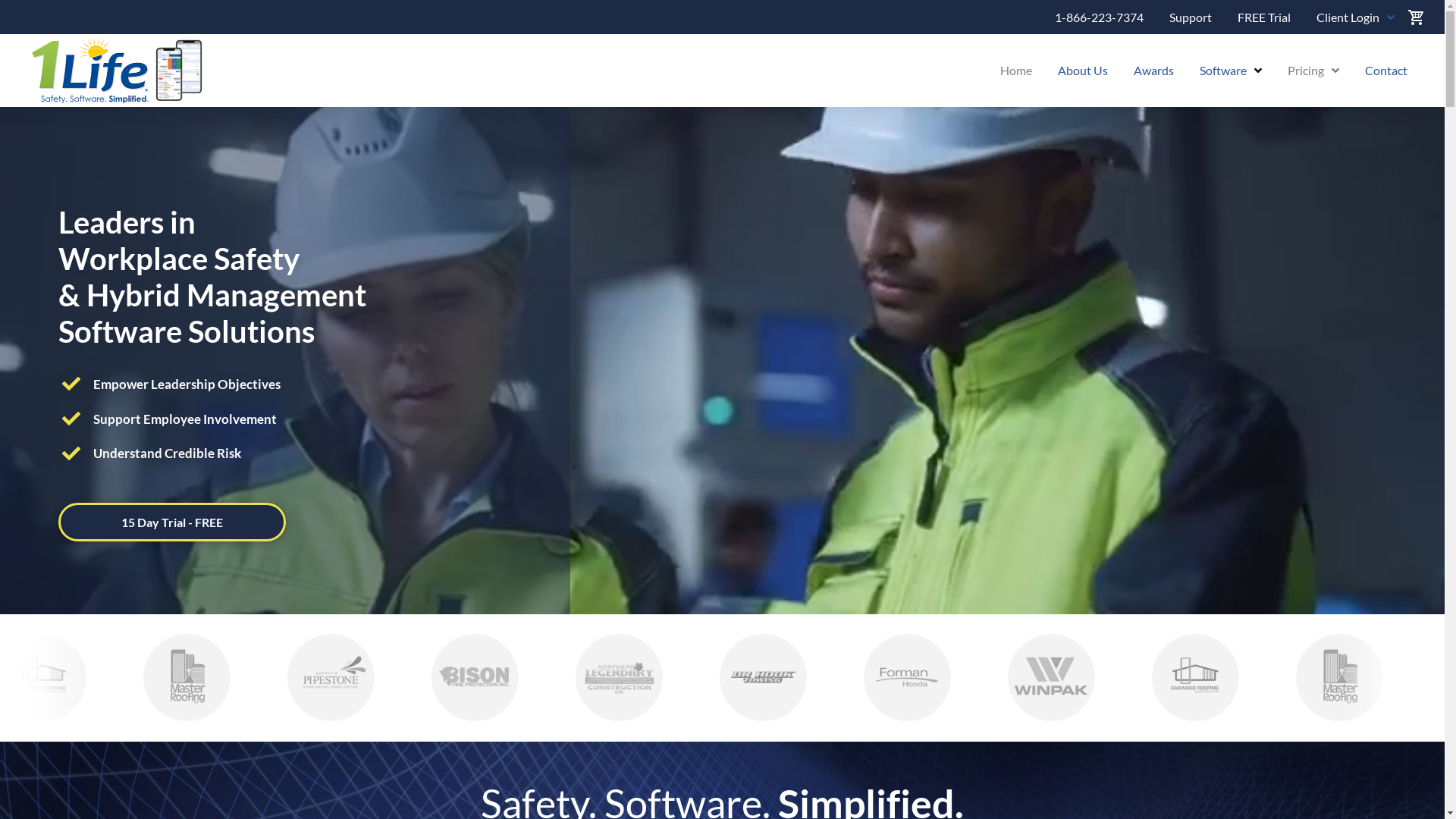 This screenshot has height=819, width=1456. I want to click on 'About Us', so click(1043, 70).